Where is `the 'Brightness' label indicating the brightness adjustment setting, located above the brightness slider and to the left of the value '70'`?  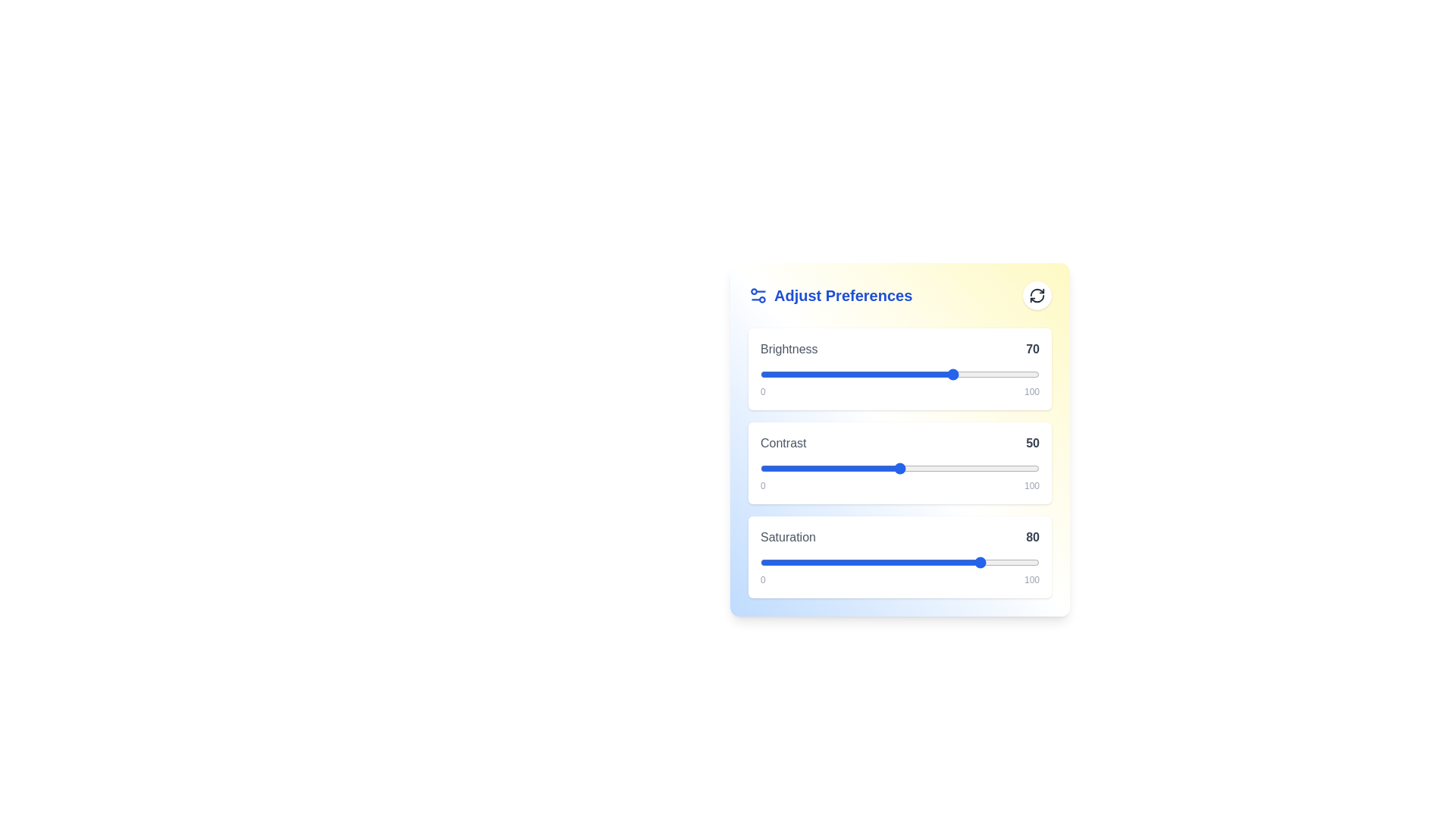 the 'Brightness' label indicating the brightness adjustment setting, located above the brightness slider and to the left of the value '70' is located at coordinates (789, 350).